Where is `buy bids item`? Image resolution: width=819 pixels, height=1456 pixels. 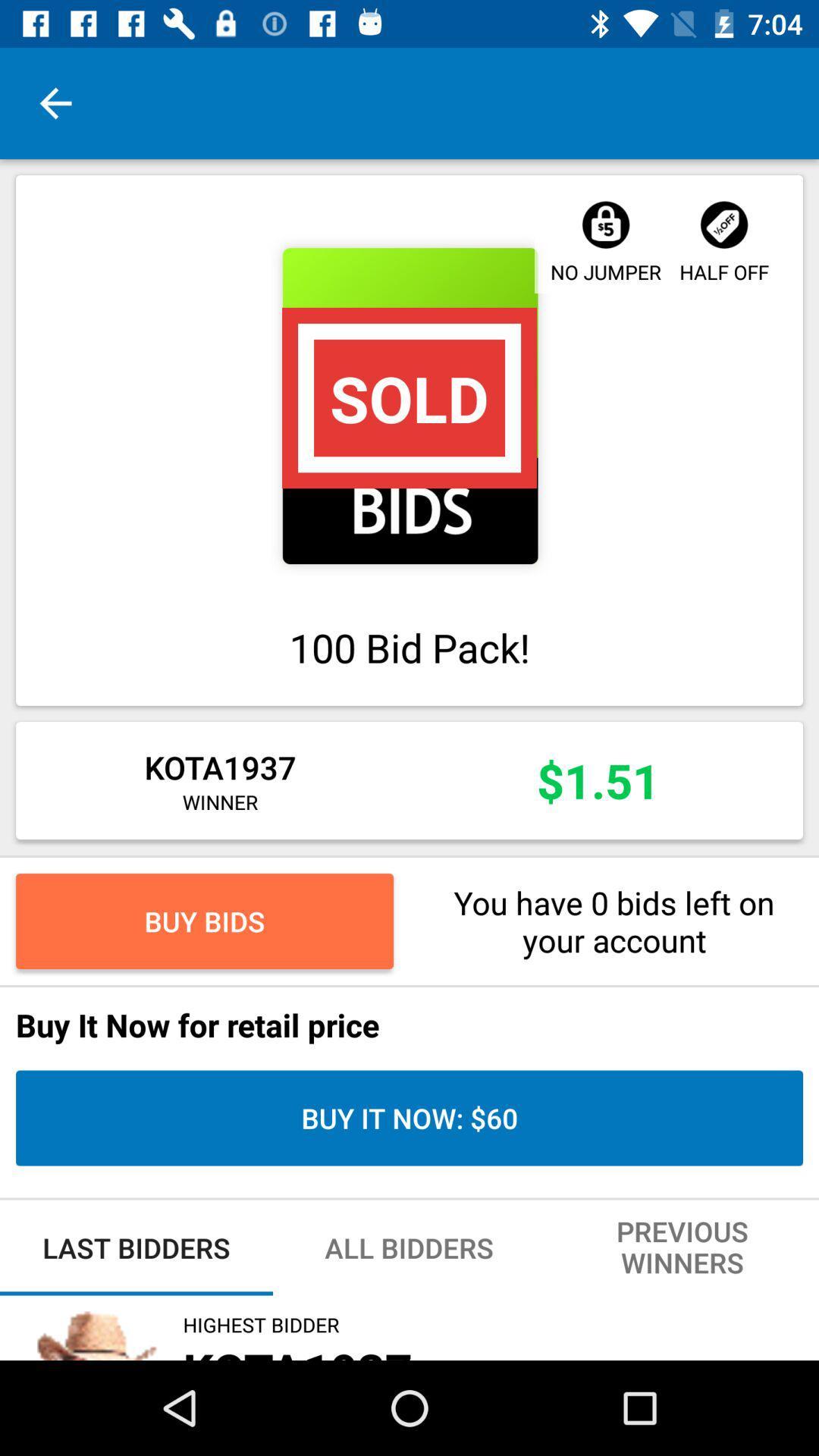
buy bids item is located at coordinates (205, 920).